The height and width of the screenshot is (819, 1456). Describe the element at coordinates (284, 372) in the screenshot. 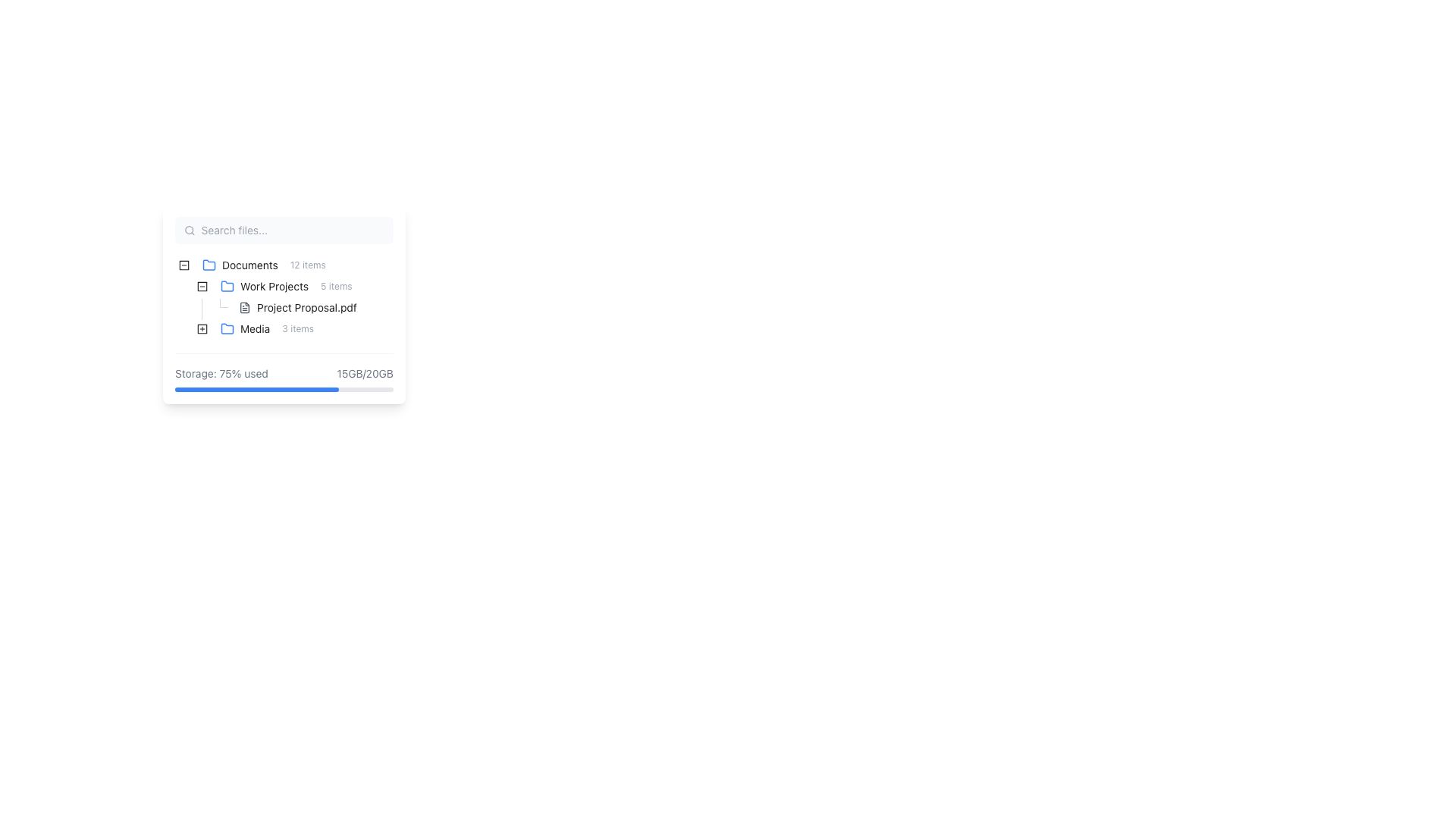

I see `the storage information displayed on the progress bar located at the bottom of the file browser interface` at that location.